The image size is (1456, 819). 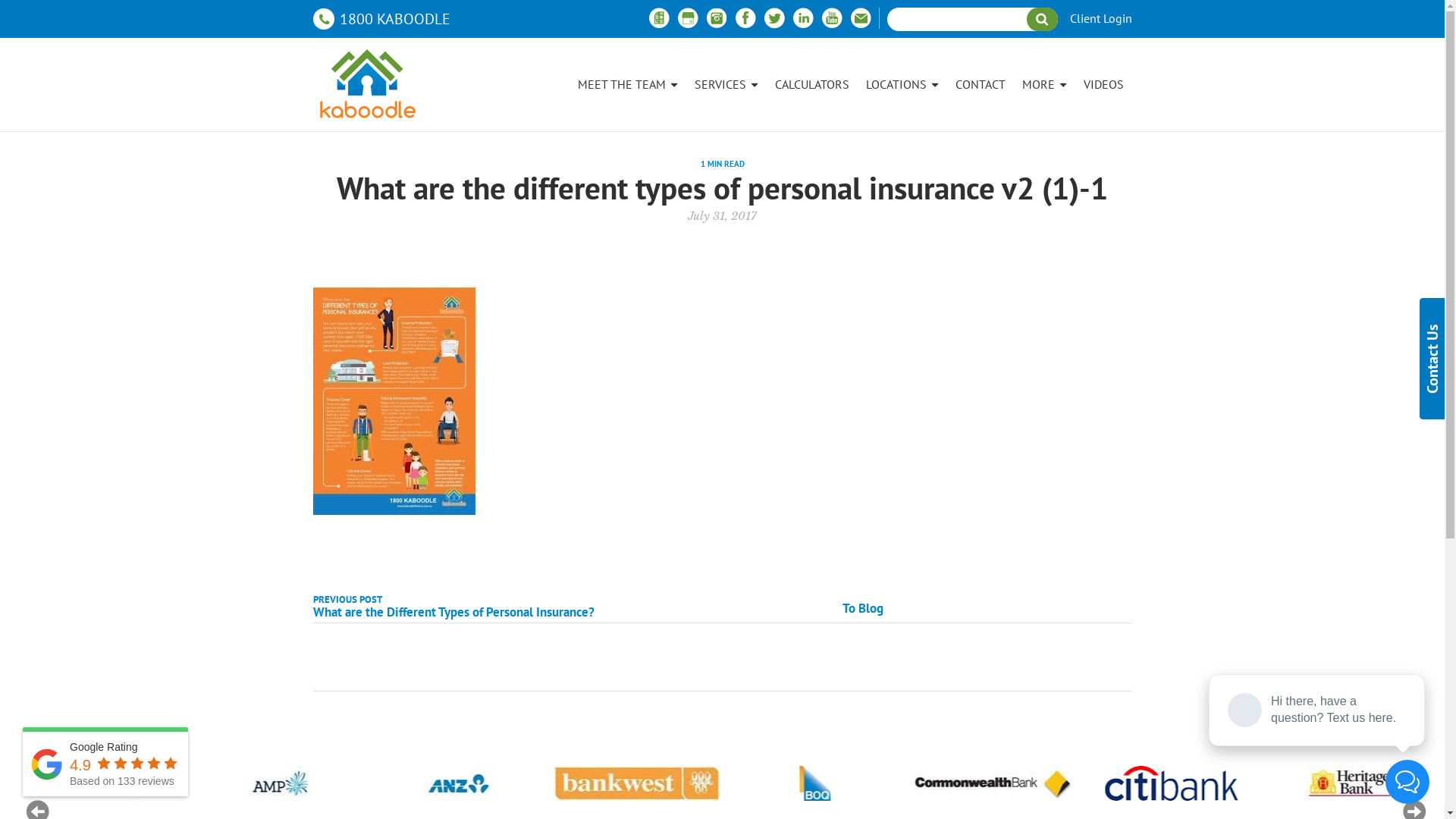 What do you see at coordinates (634, 783) in the screenshot?
I see `'Logo 05'` at bounding box center [634, 783].